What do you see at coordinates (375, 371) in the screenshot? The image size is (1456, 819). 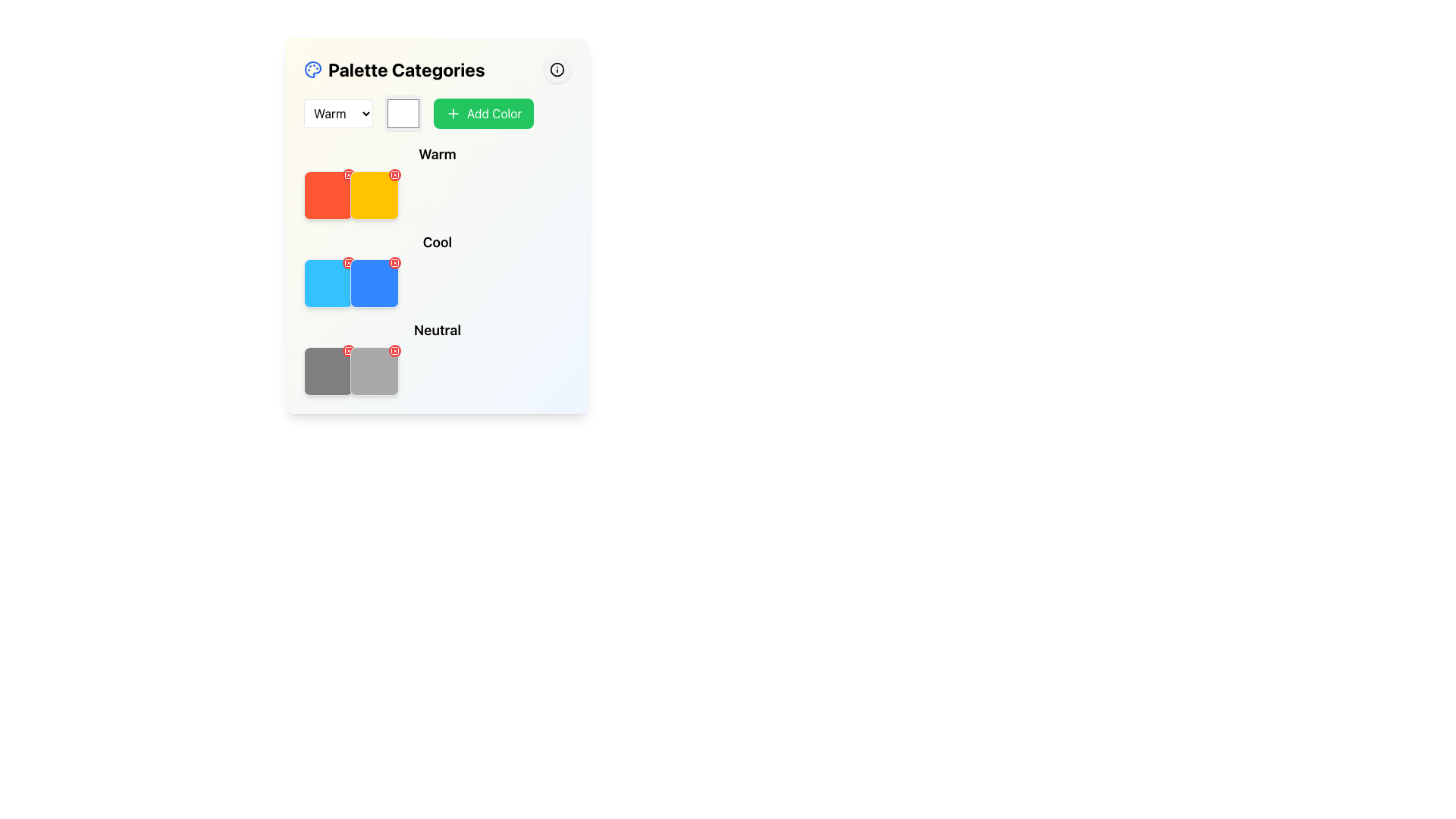 I see `the circular close button located at the top-right corner of the selectable visual tile in the bottom-right of the 'Neutral' category row to trigger a color change` at bounding box center [375, 371].